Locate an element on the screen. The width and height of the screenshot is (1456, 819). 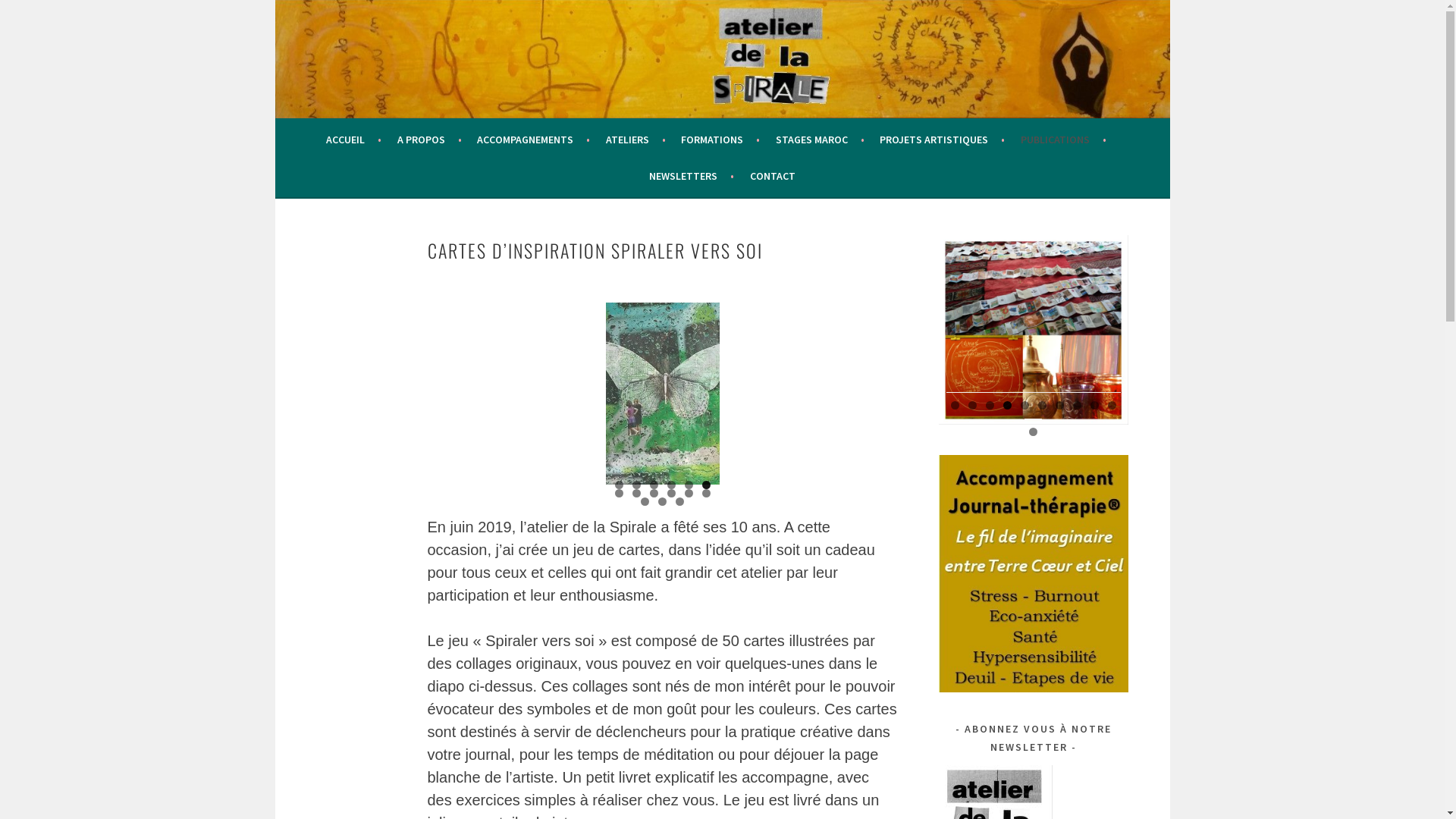
'2' is located at coordinates (636, 485).